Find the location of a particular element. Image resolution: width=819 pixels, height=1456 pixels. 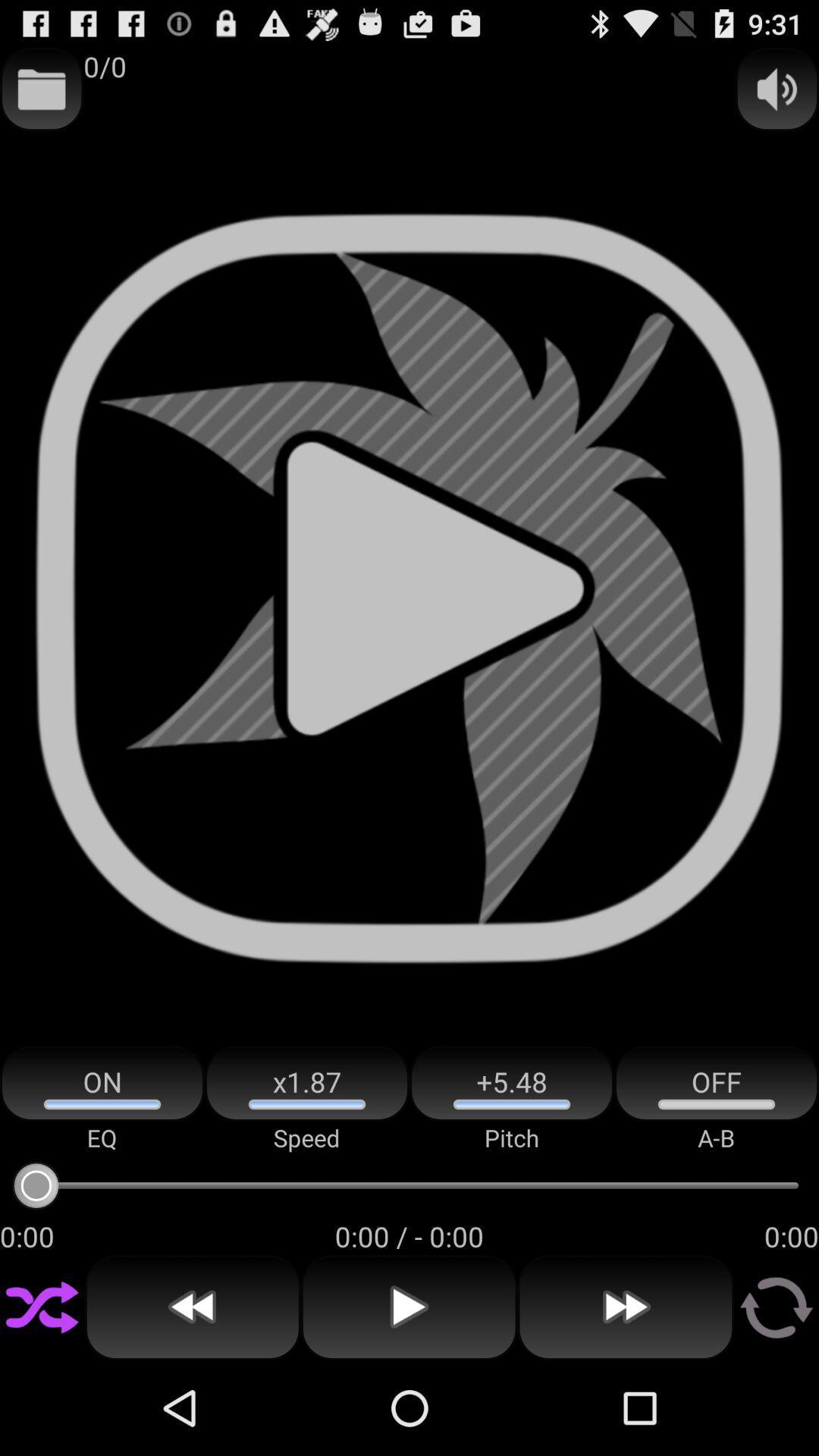

the icon next to the on item is located at coordinates (307, 1083).